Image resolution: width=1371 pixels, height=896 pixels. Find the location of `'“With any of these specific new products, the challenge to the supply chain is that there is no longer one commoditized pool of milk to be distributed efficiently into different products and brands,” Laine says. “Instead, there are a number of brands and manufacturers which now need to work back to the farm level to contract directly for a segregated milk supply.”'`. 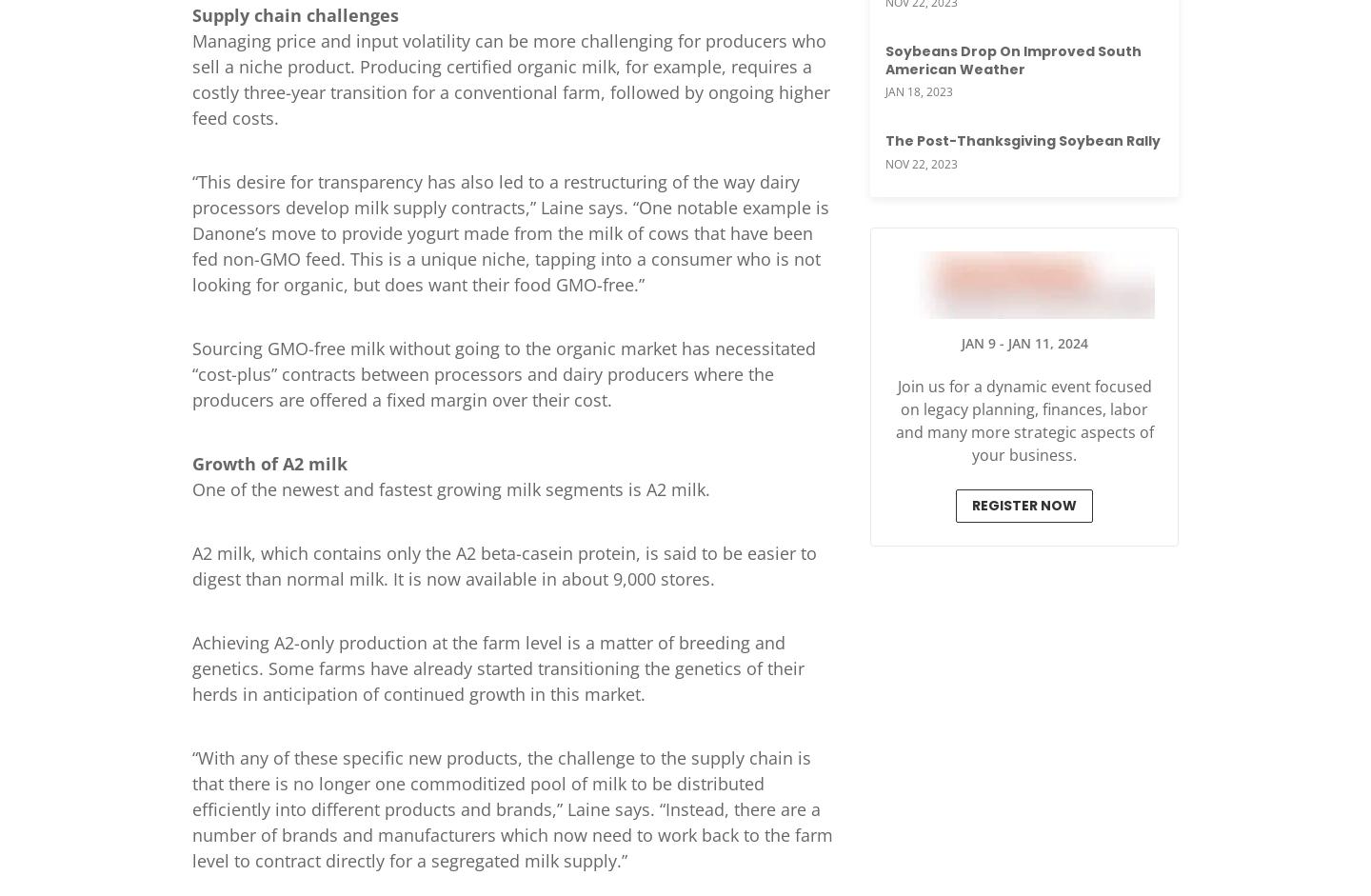

'“With any of these specific new products, the challenge to the supply chain is that there is no longer one commoditized pool of milk to be distributed efficiently into different products and brands,” Laine says. “Instead, there are a number of brands and manufacturers which now need to work back to the farm level to contract directly for a segregated milk supply.”' is located at coordinates (511, 806).